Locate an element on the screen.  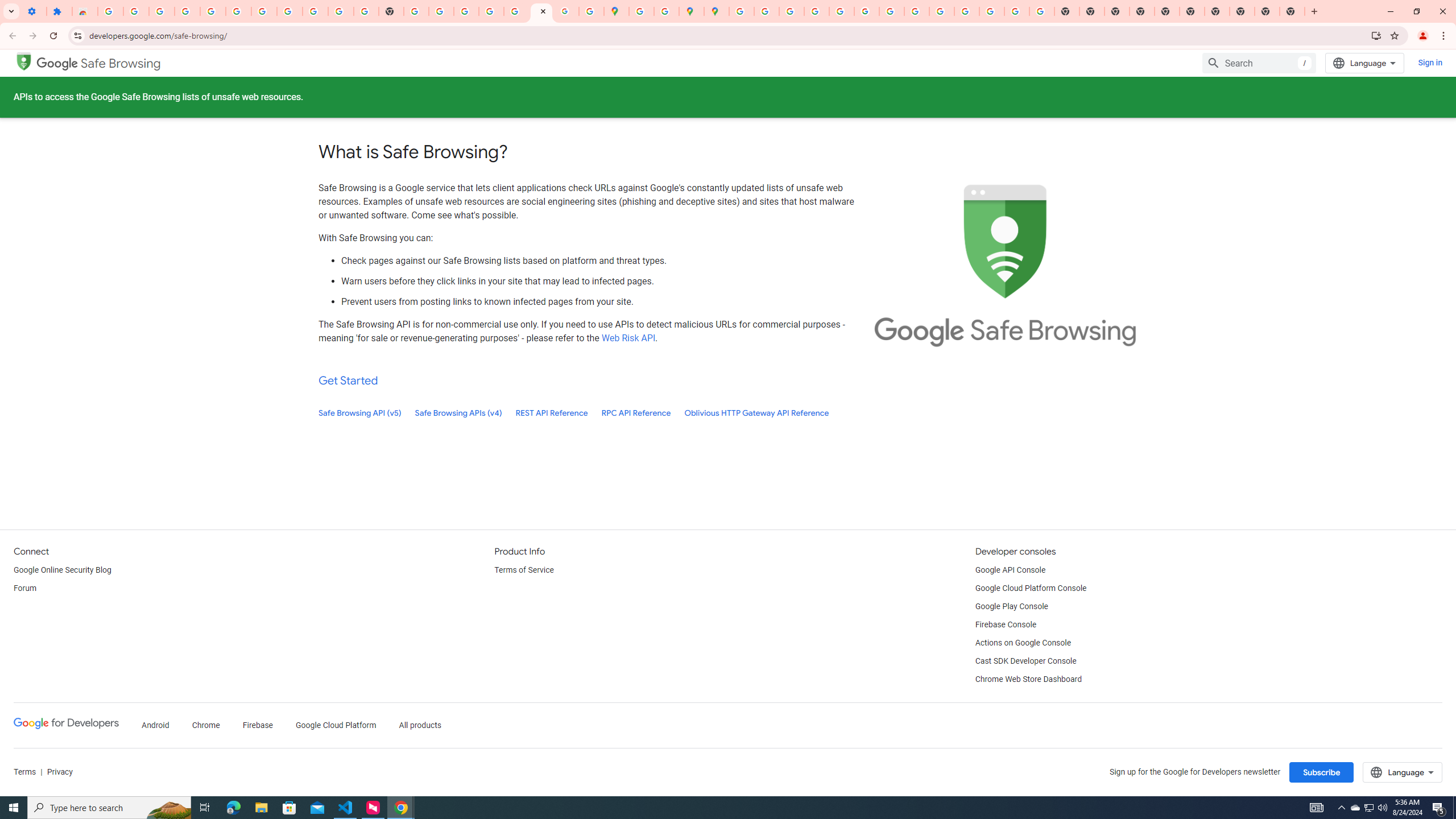
'New Tab' is located at coordinates (1292, 11).